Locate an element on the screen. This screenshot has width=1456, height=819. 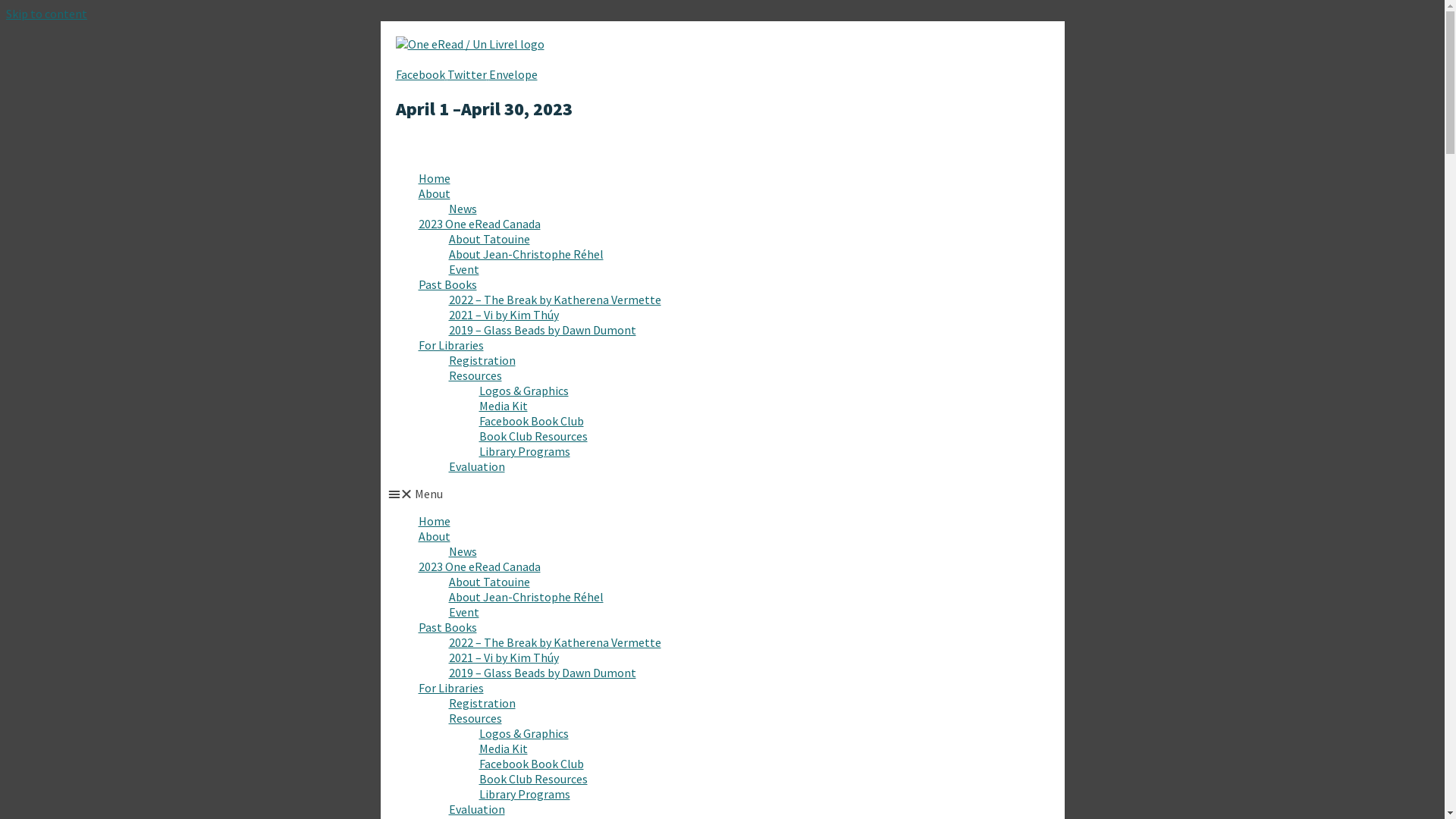
'For Libraries' is located at coordinates (450, 687).